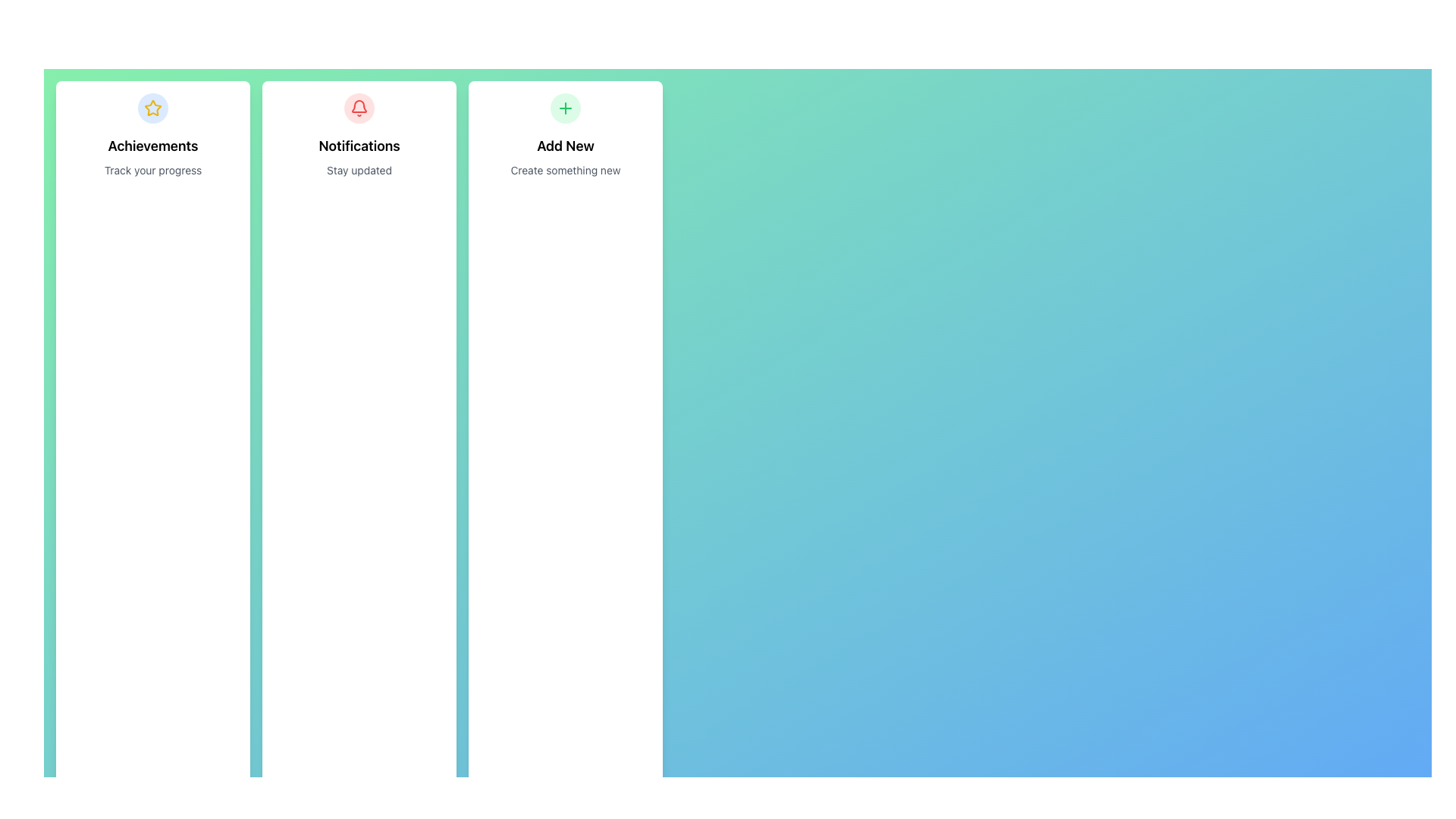 The height and width of the screenshot is (819, 1456). Describe the element at coordinates (359, 170) in the screenshot. I see `the text label displaying 'Stay updated' located under the 'Notifications' title in the Notifications card` at that location.